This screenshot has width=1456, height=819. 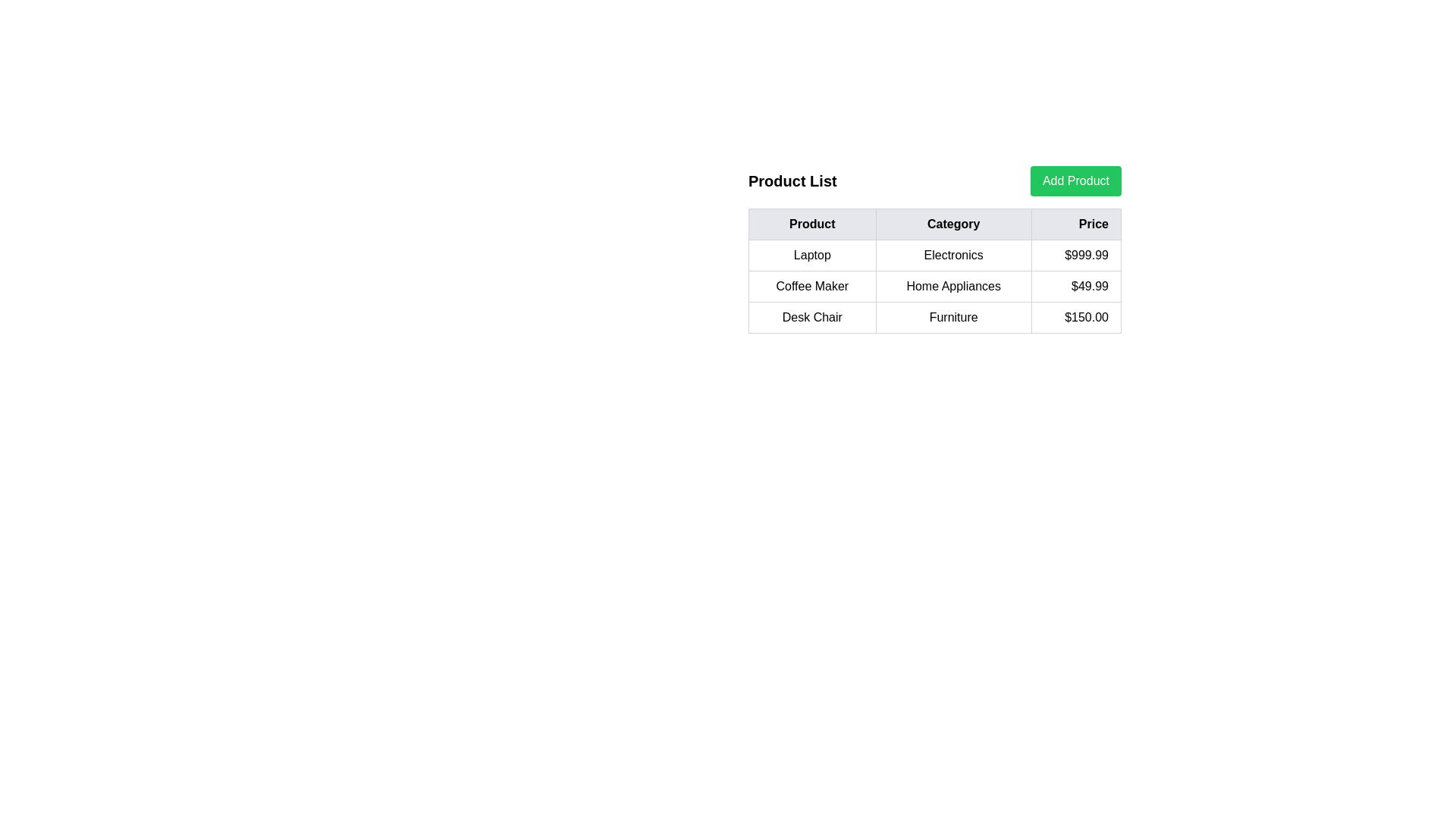 What do you see at coordinates (952, 224) in the screenshot?
I see `the 'Category' text label, which serves as the header for the category column in the product table, located between 'Product' and 'Price'` at bounding box center [952, 224].